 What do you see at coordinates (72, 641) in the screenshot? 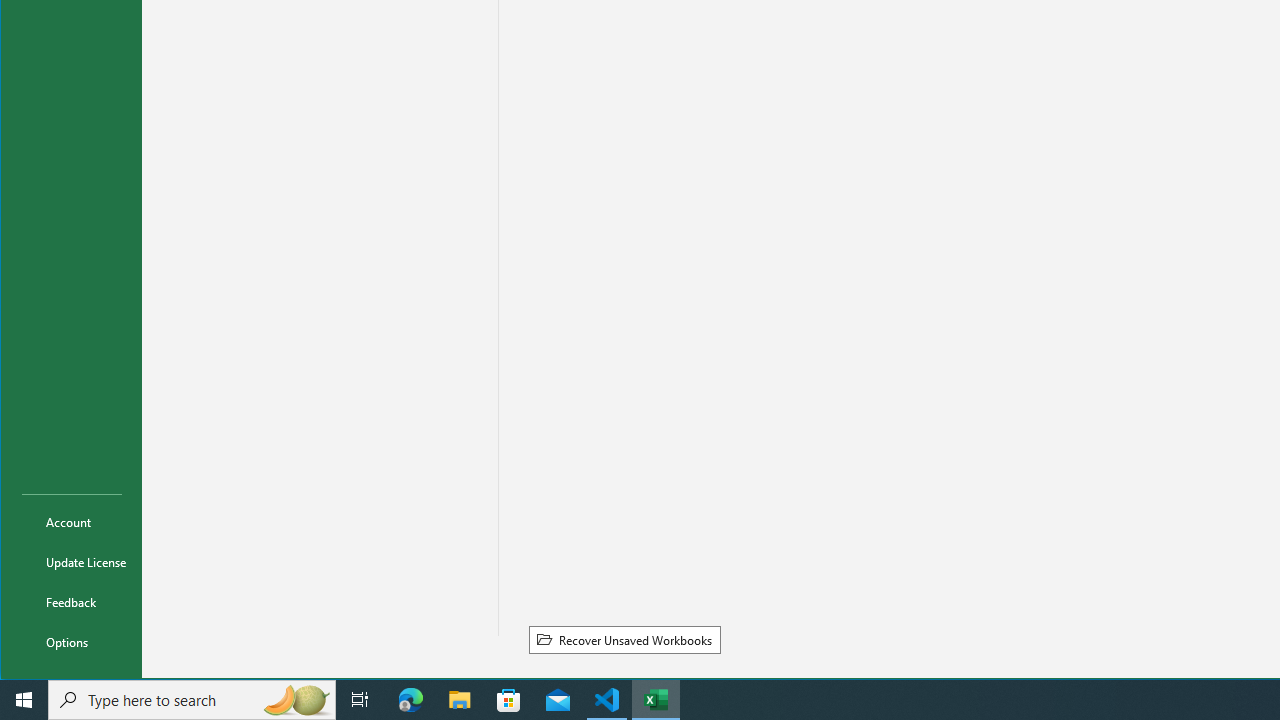
I see `'Options'` at bounding box center [72, 641].